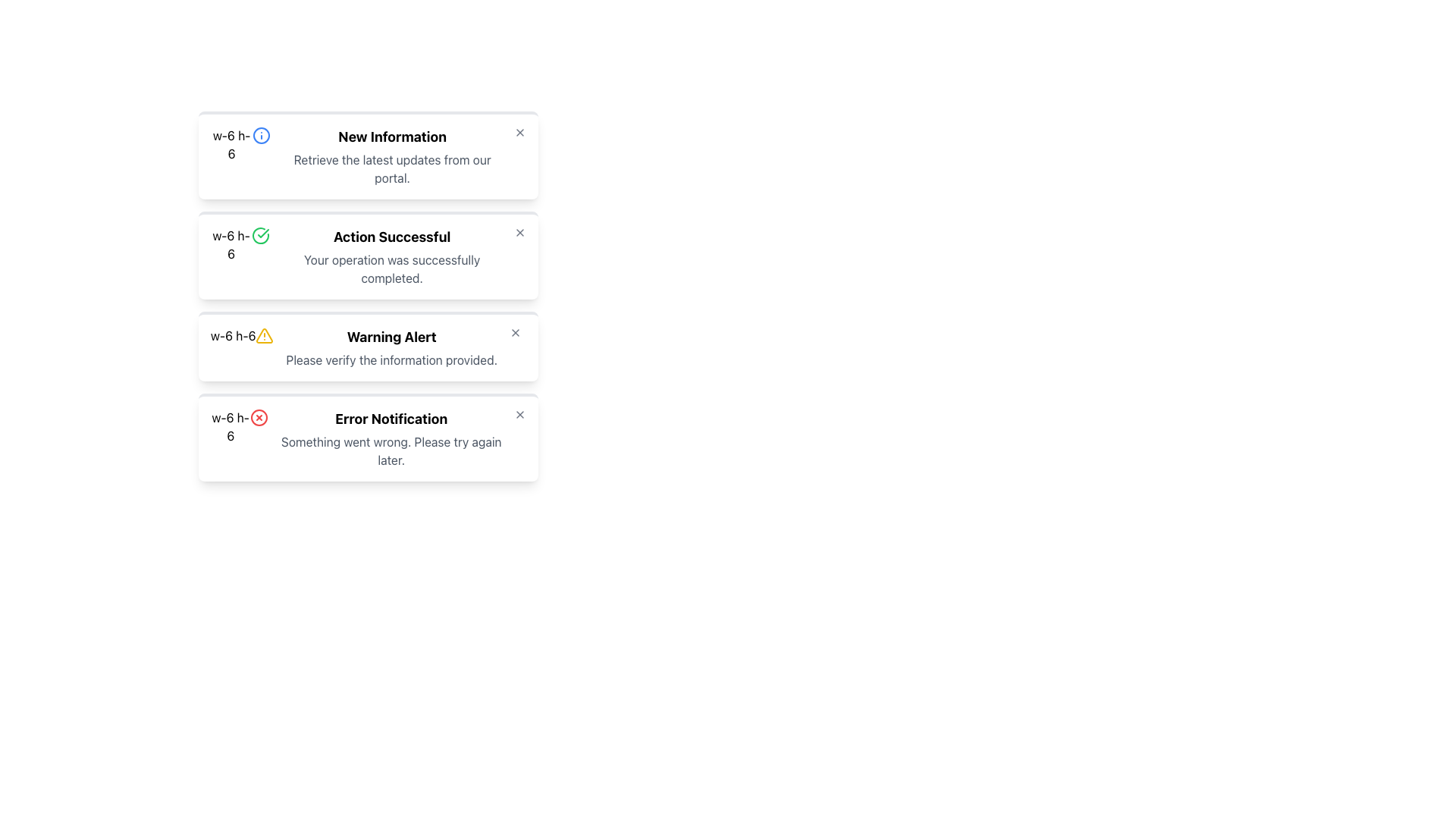 The image size is (1456, 819). I want to click on error message displayed in the Notification Box, which is the fourth notification in the list located at the bottom of the stack, so click(391, 438).